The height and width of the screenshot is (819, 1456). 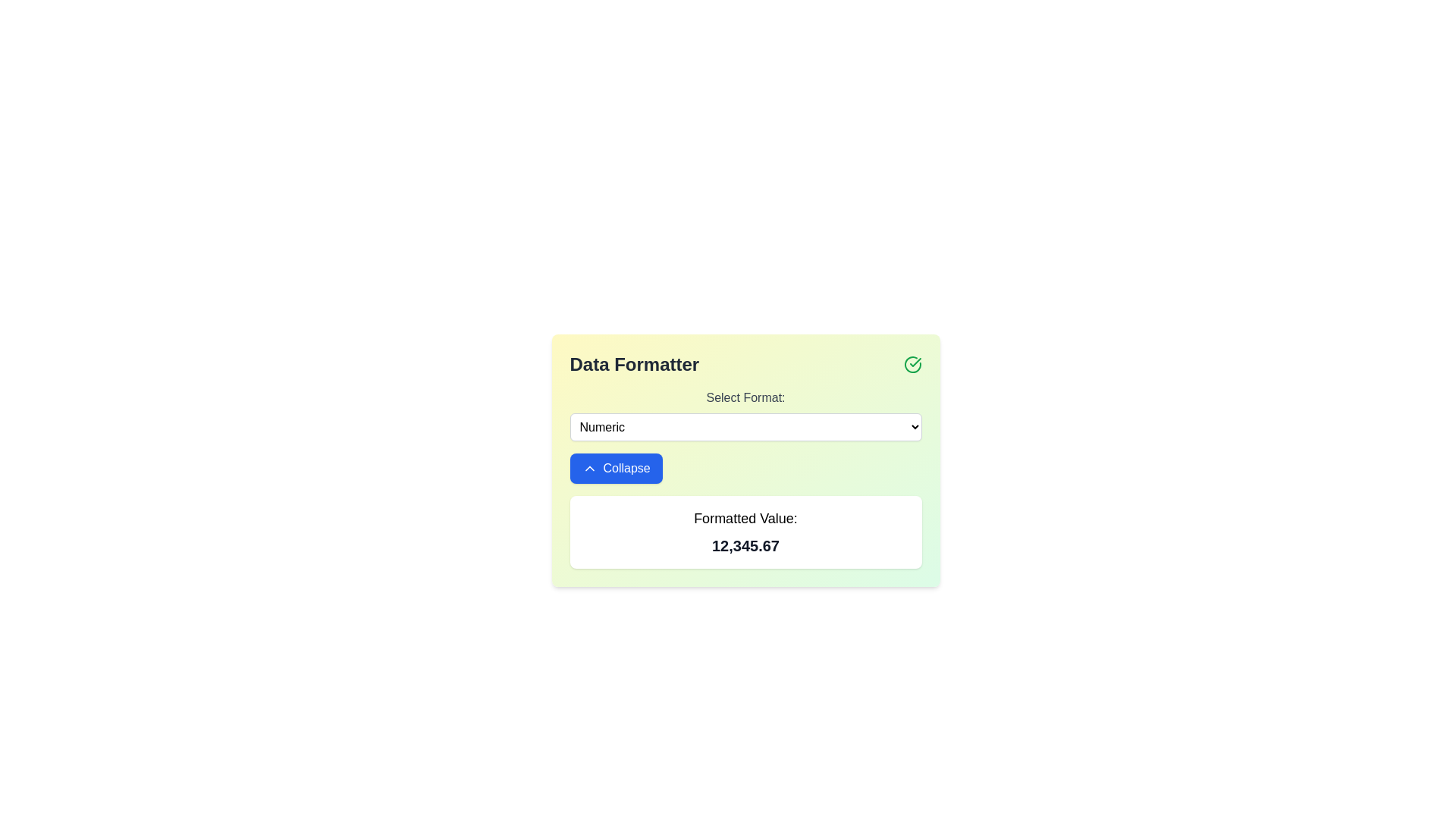 I want to click on an option from the 'Select Format:' Dropdown menu, which currently displays 'Numeric' by default, so click(x=745, y=427).